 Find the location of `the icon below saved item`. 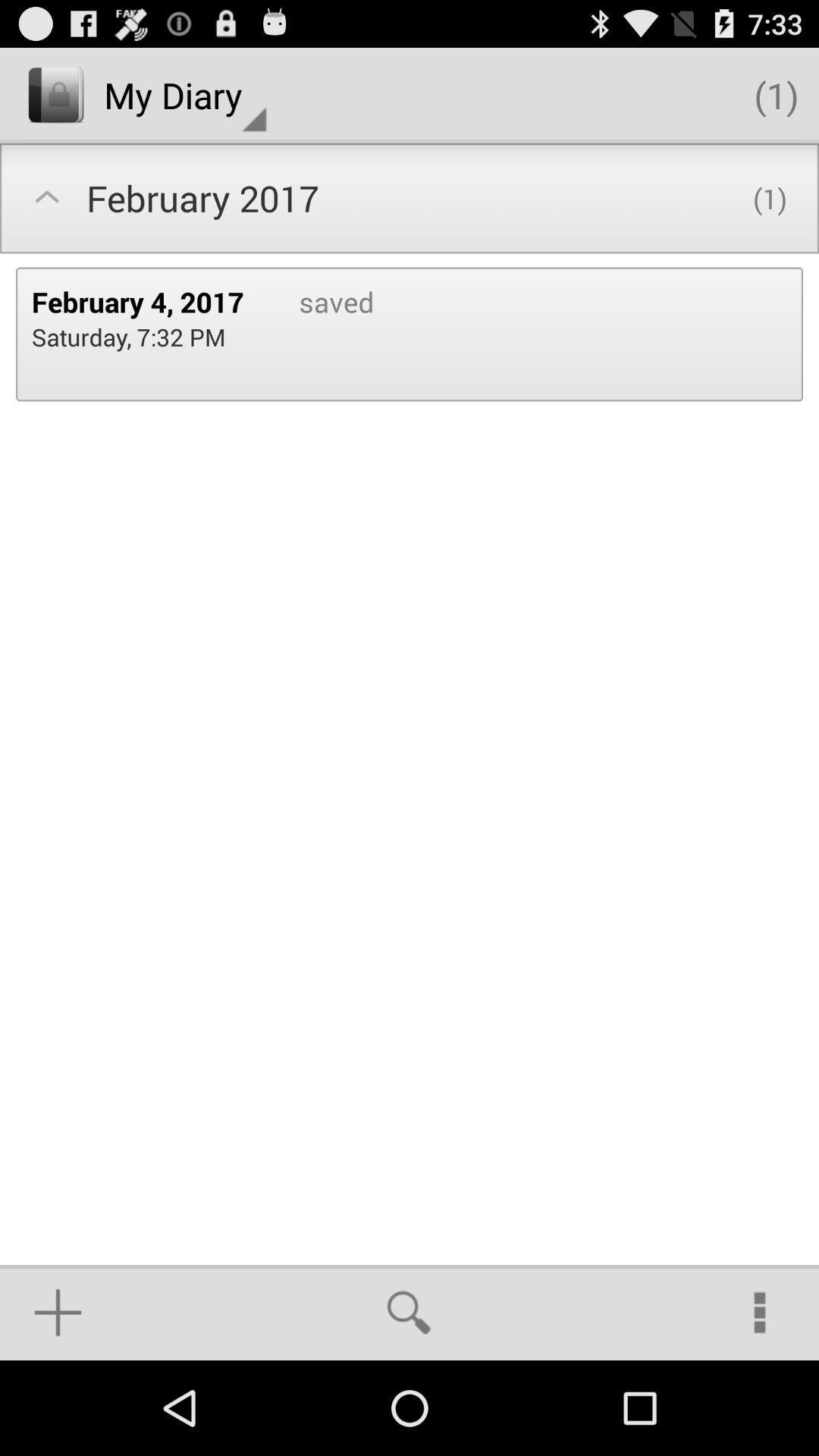

the icon below saved item is located at coordinates (408, 1312).